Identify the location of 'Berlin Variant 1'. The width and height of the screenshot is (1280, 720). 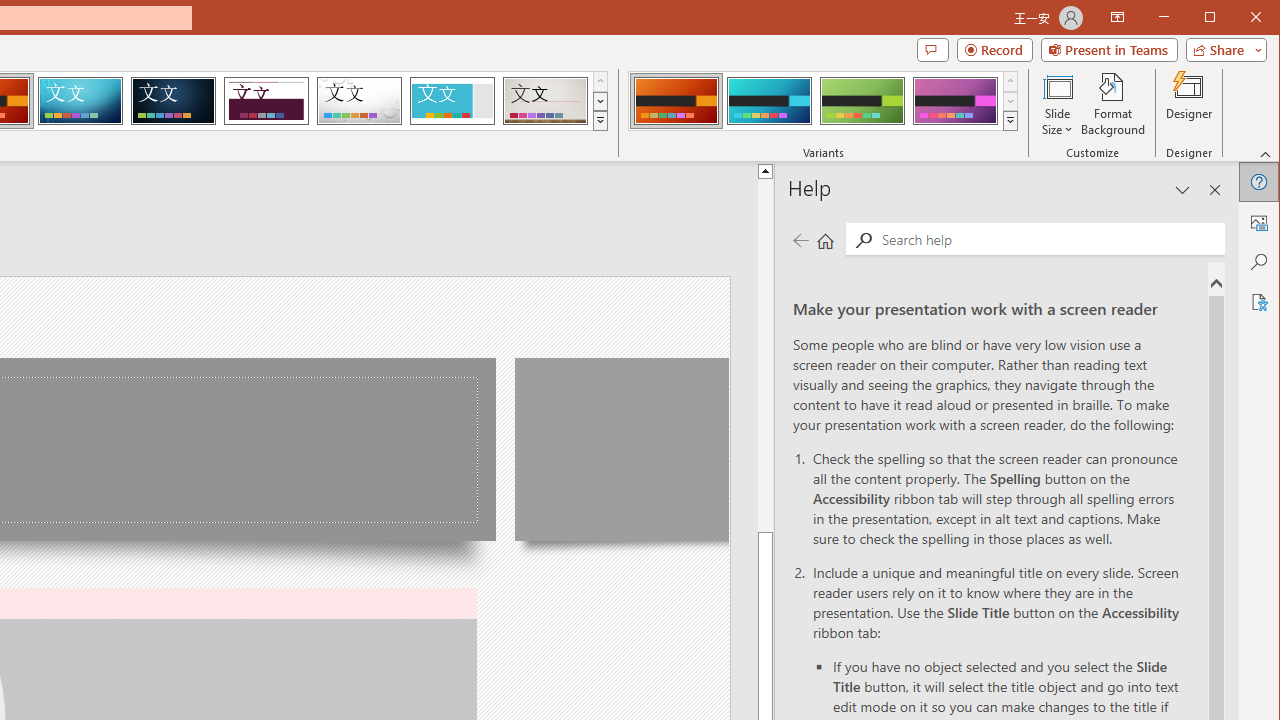
(676, 100).